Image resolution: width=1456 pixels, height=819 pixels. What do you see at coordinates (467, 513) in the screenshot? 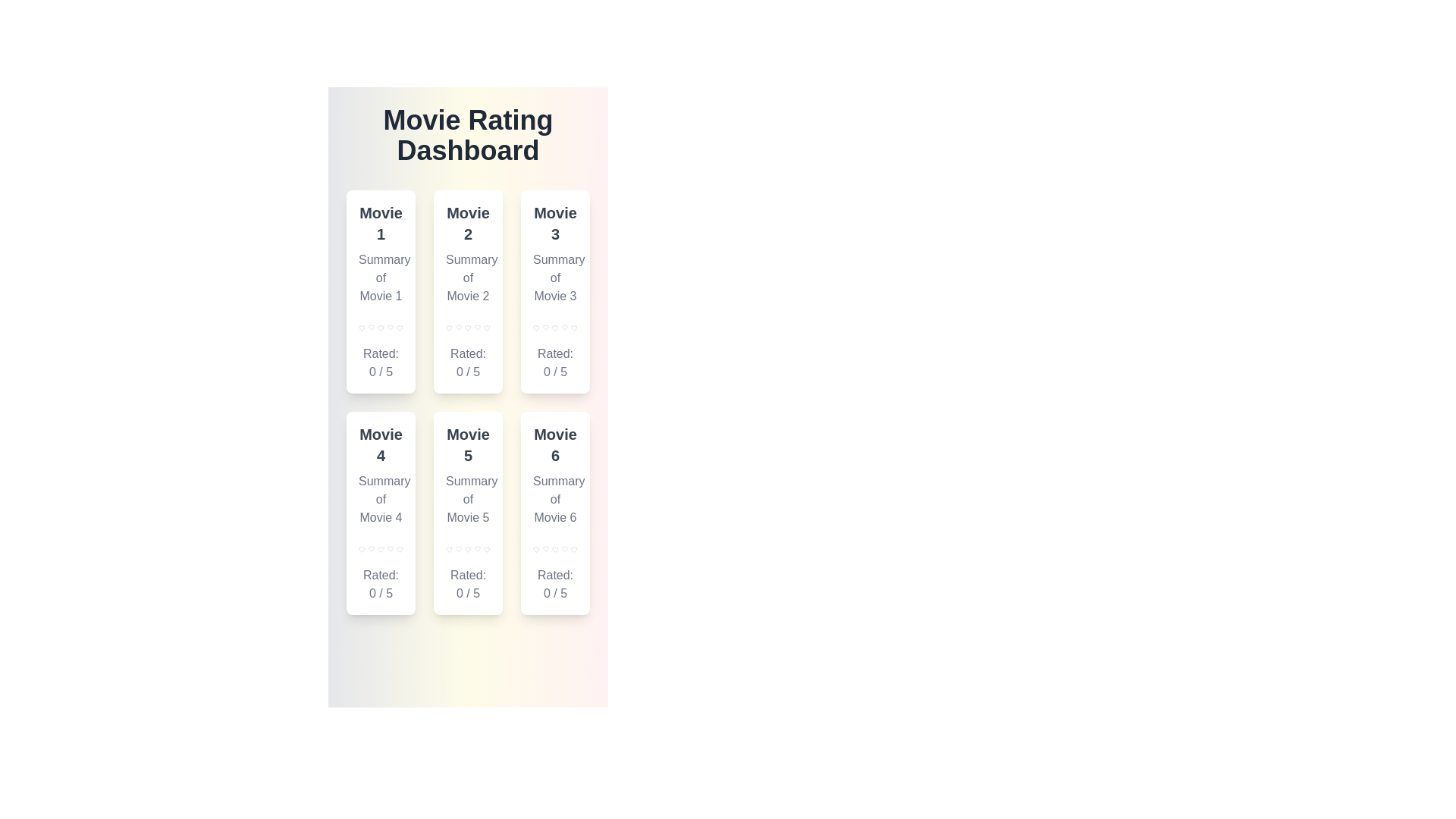
I see `the movie card for Movie 5` at bounding box center [467, 513].